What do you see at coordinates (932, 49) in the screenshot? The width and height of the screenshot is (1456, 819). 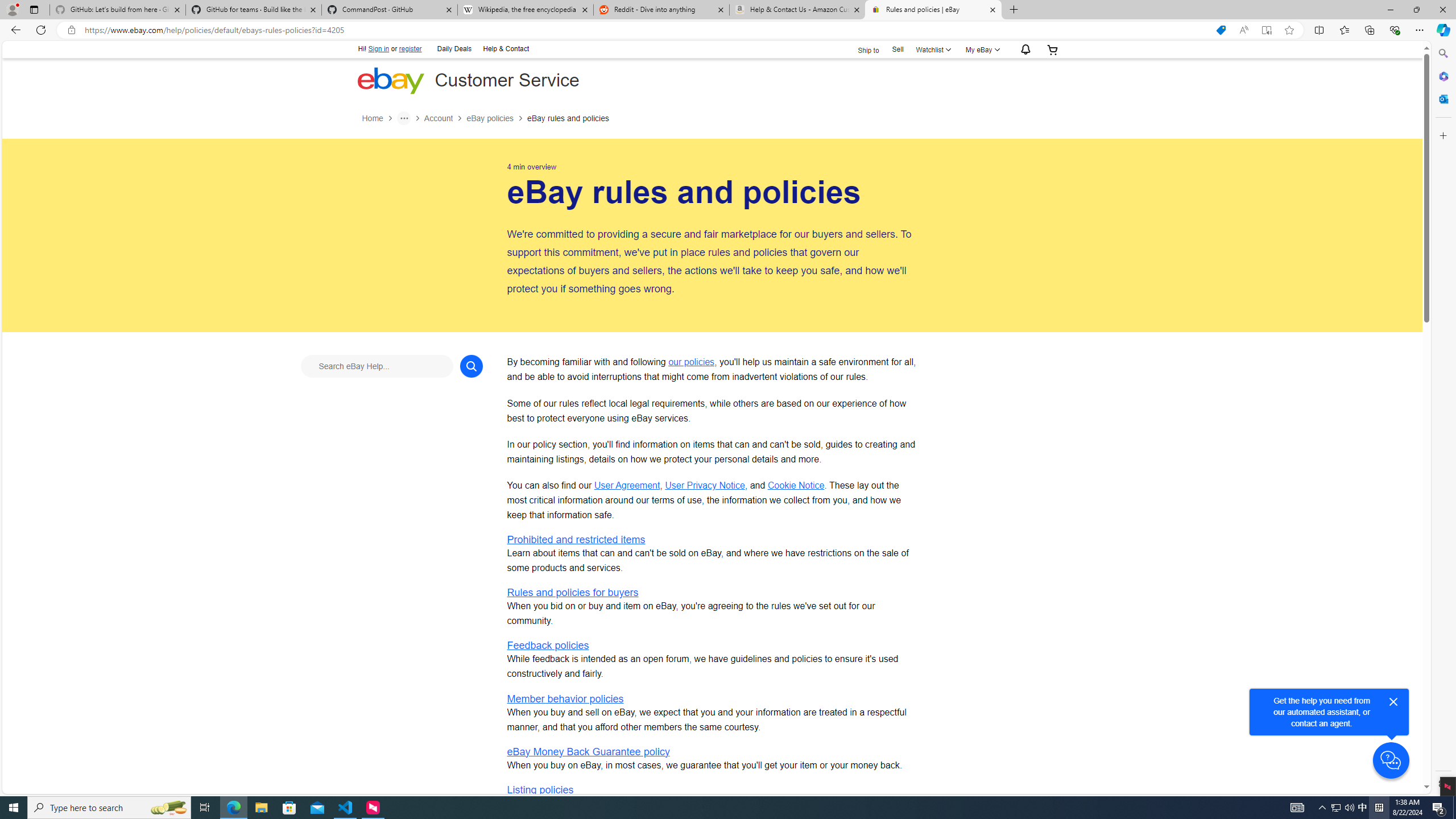 I see `'WatchlistExpand Watch List'` at bounding box center [932, 49].